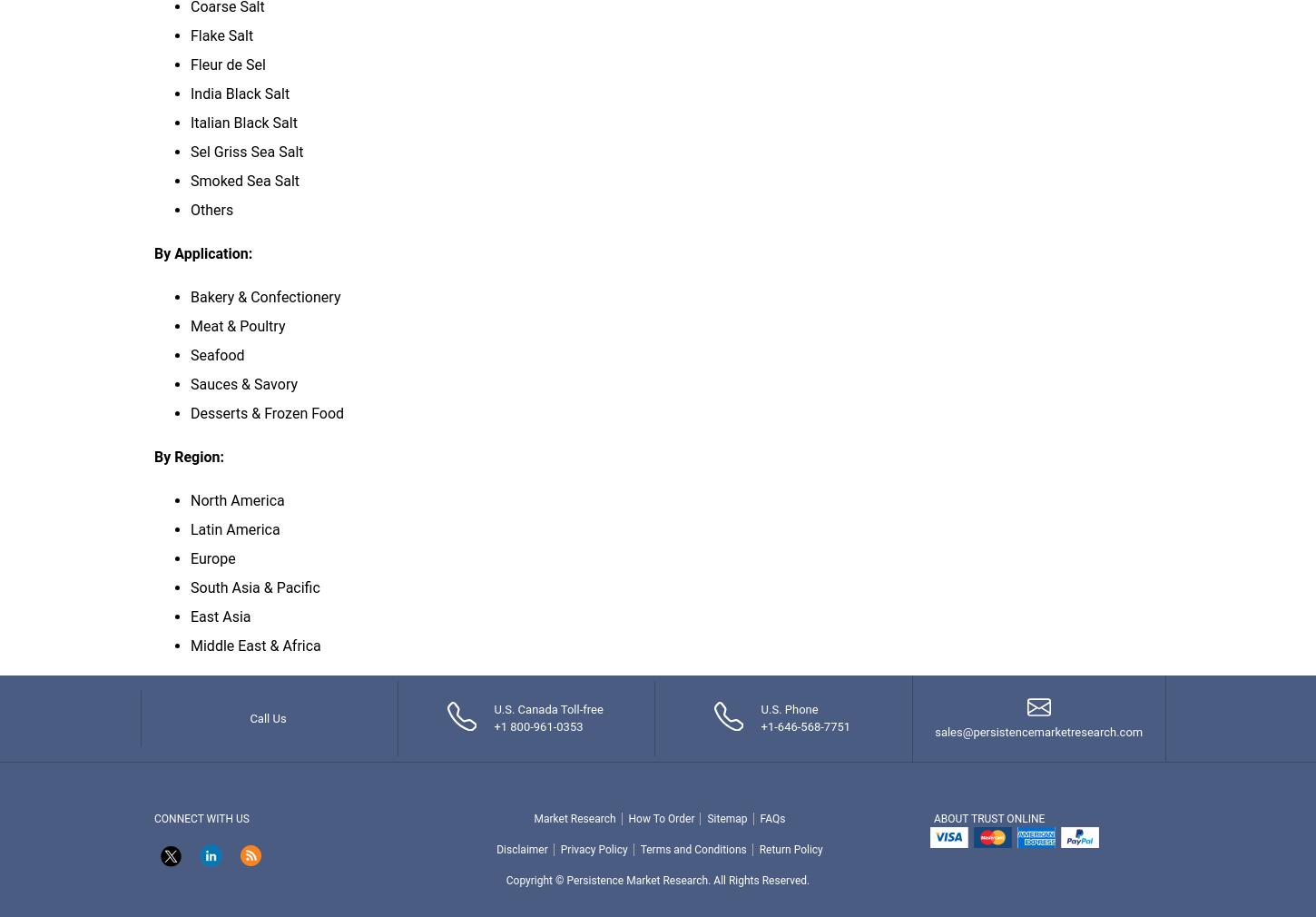  Describe the element at coordinates (211, 557) in the screenshot. I see `'Europe'` at that location.